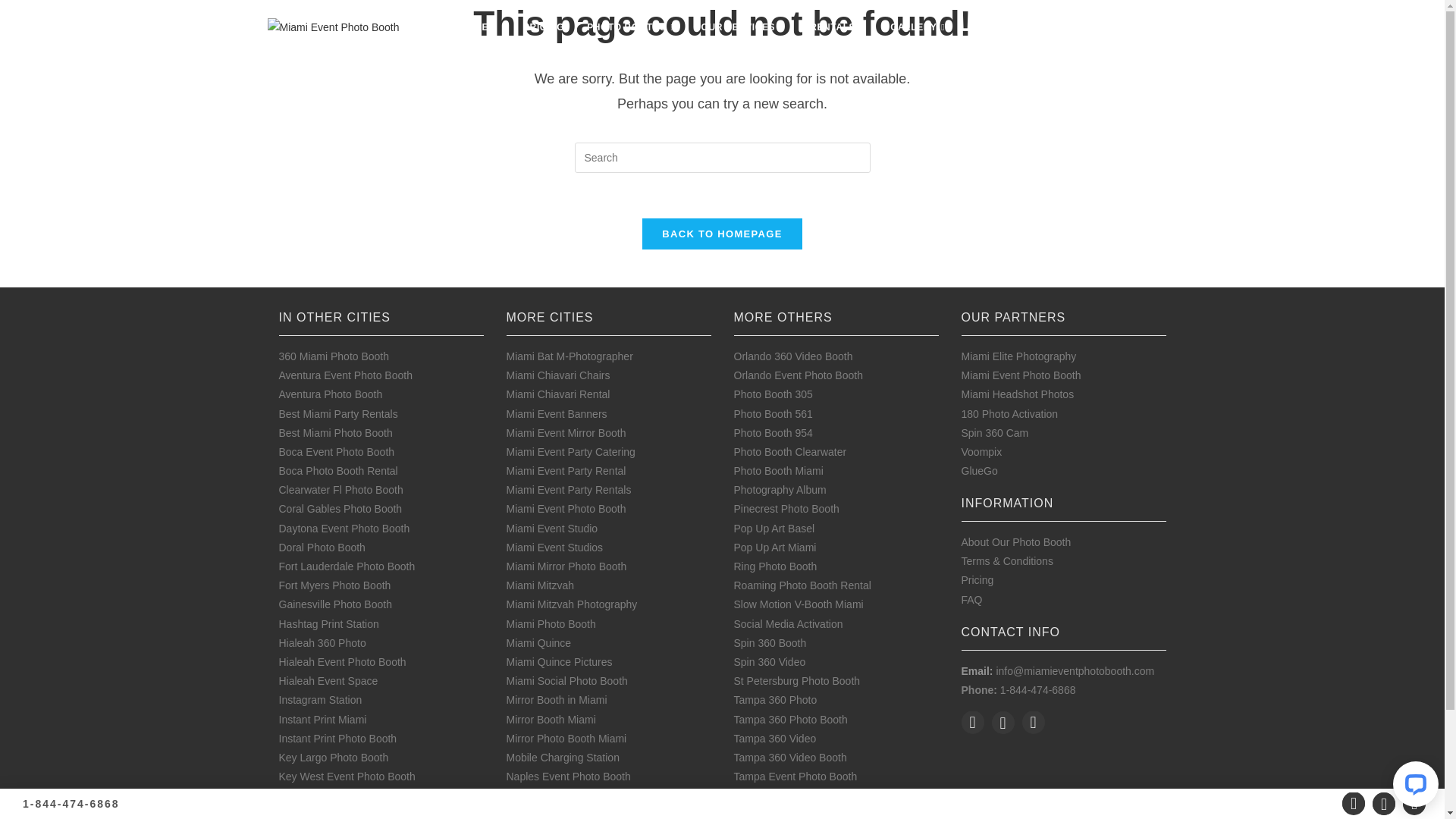 This screenshot has width=1456, height=819. Describe the element at coordinates (734, 604) in the screenshot. I see `'Slow Motion V-Booth Miami'` at that location.